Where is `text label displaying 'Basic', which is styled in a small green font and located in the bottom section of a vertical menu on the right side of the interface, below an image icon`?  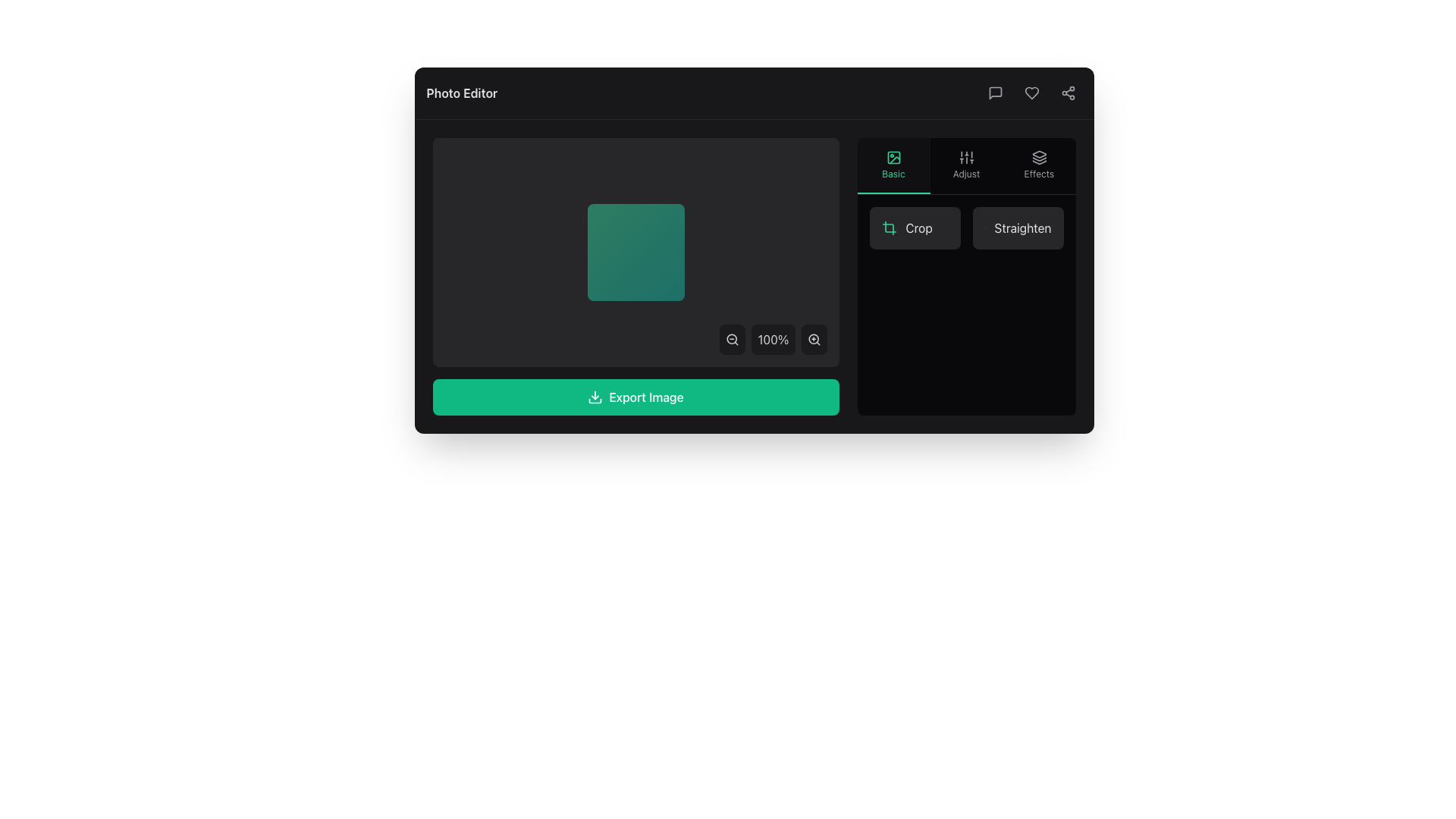 text label displaying 'Basic', which is styled in a small green font and located in the bottom section of a vertical menu on the right side of the interface, below an image icon is located at coordinates (893, 174).